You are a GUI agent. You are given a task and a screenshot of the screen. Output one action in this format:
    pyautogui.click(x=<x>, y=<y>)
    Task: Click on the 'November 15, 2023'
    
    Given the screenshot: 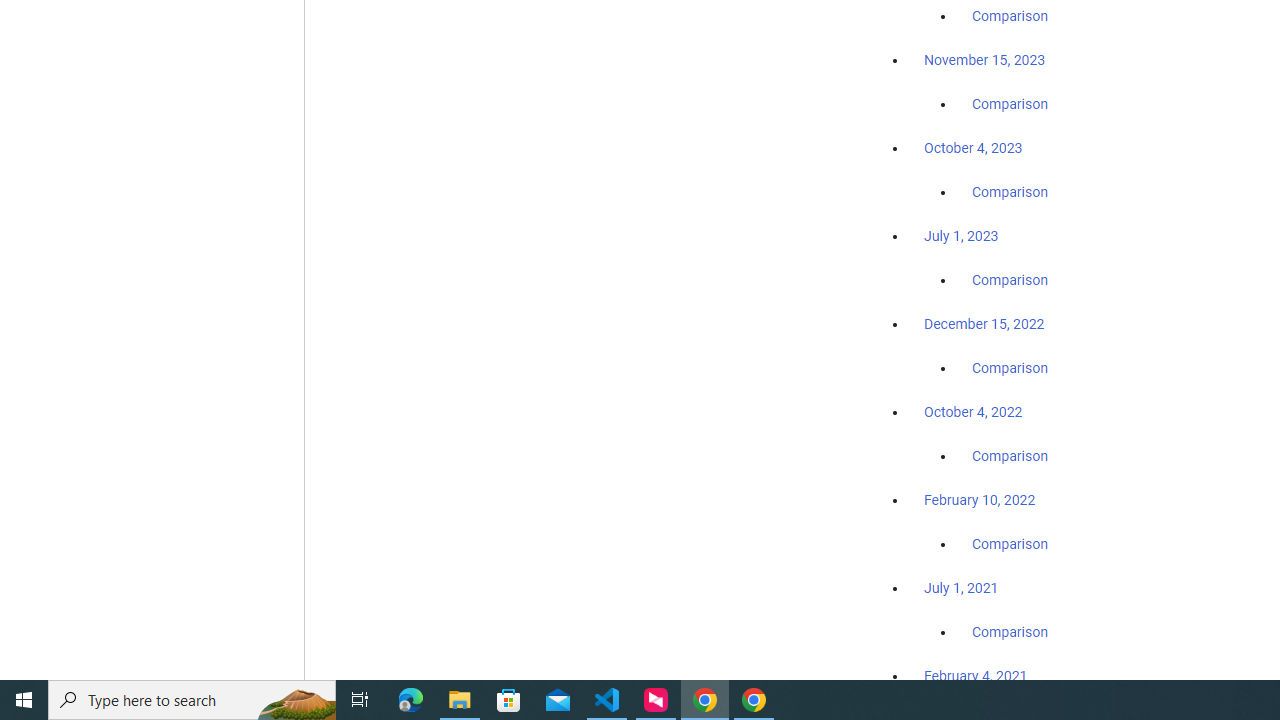 What is the action you would take?
    pyautogui.click(x=984, y=59)
    